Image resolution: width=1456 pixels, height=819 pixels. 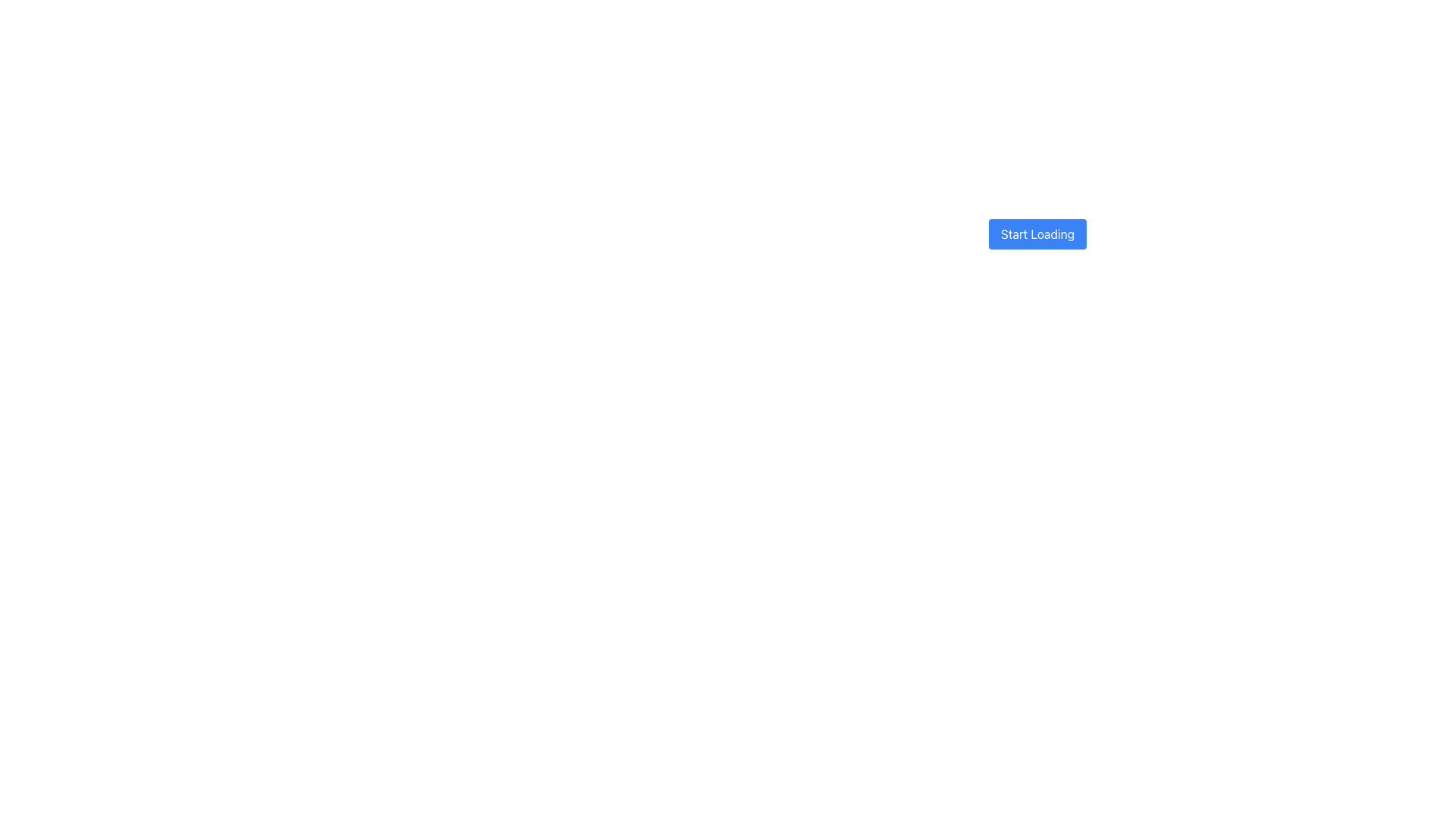 I want to click on the central button located within the white fixed-position box, so click(x=1037, y=227).